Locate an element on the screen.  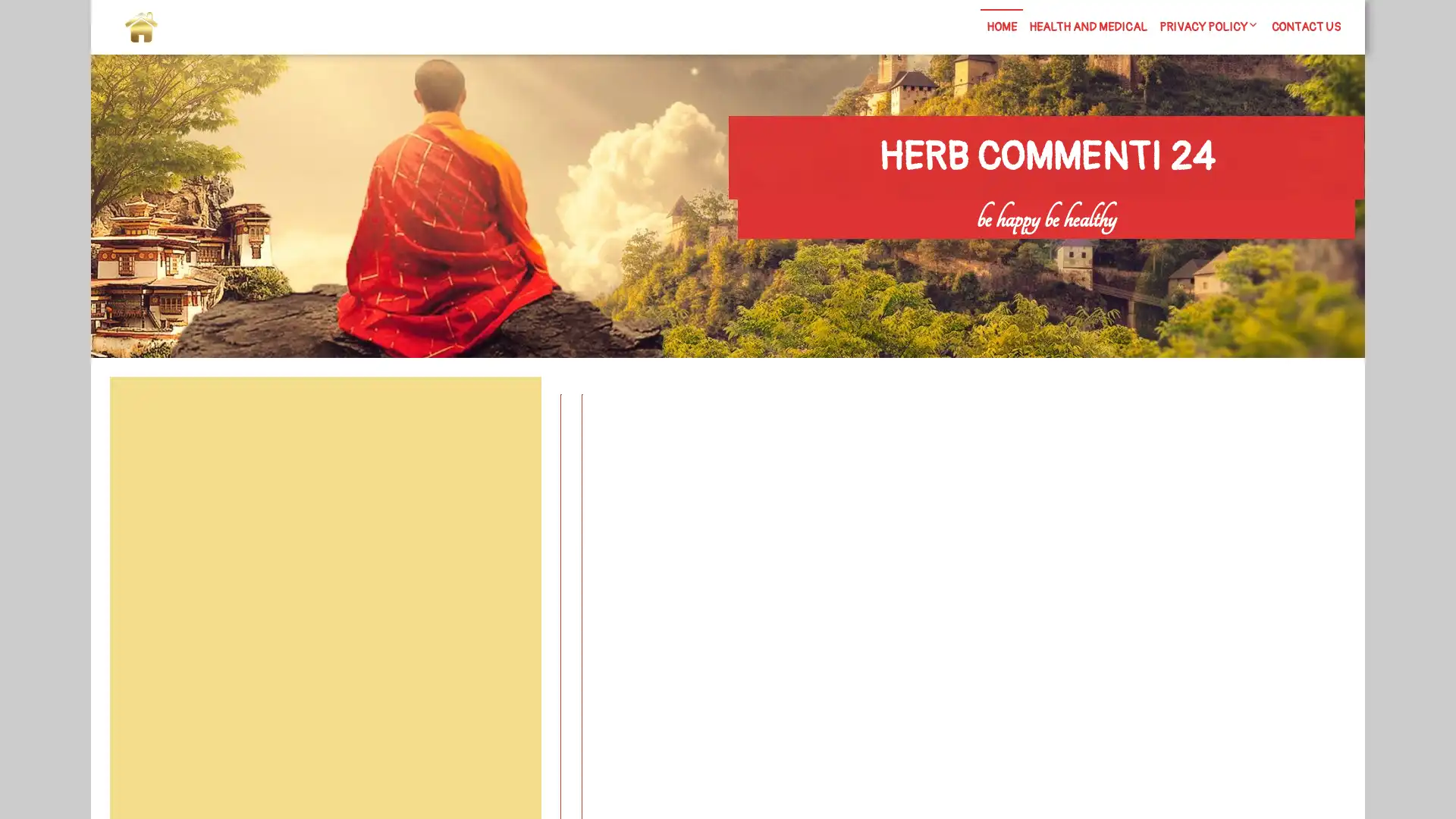
Search is located at coordinates (506, 413).